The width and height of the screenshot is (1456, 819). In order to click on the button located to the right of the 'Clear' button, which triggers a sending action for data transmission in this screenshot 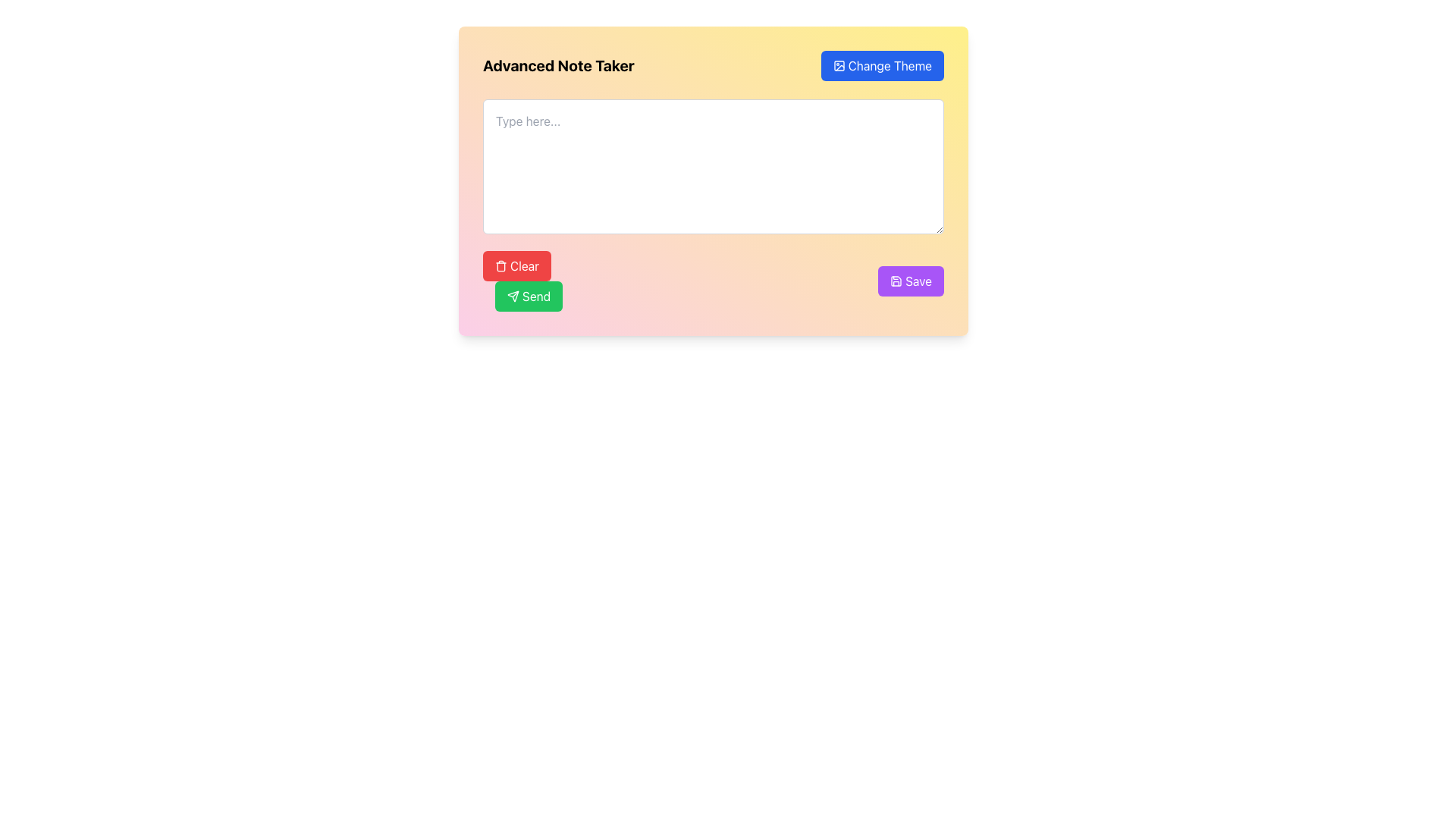, I will do `click(529, 296)`.